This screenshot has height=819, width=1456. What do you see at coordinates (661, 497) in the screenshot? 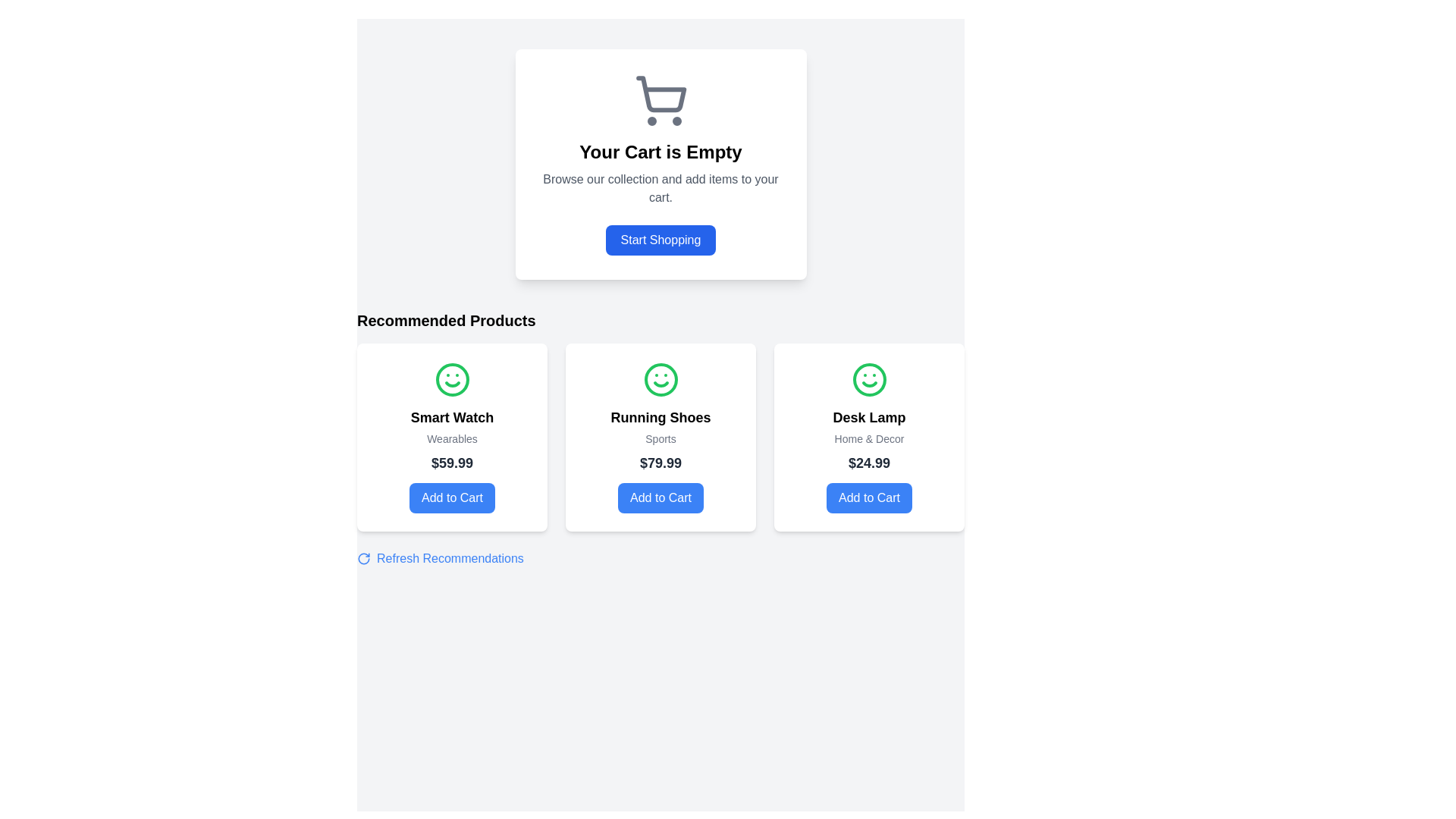
I see `the 'Add to Cart' button with a blue background and white text located at the bottom of the 'Running Shoes' product card` at bounding box center [661, 497].